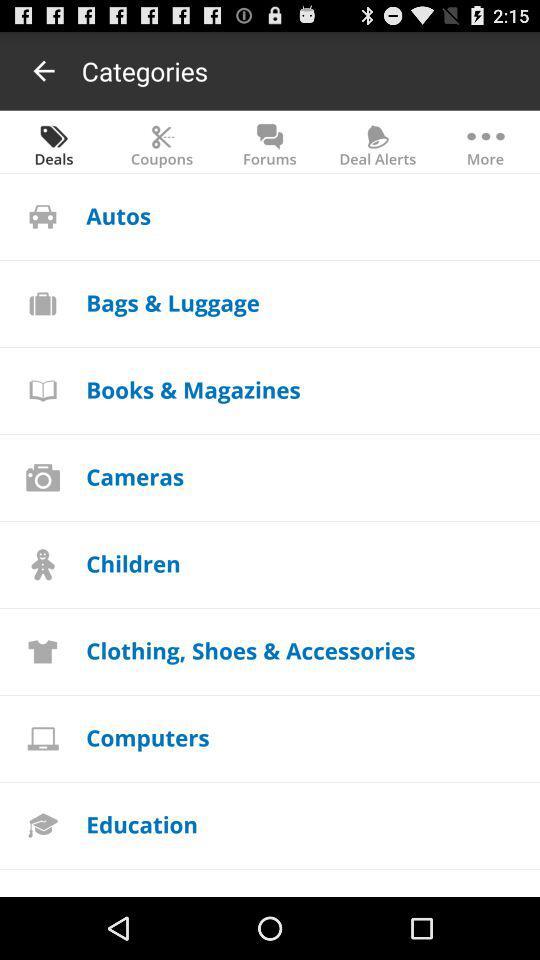 The width and height of the screenshot is (540, 960). Describe the element at coordinates (141, 824) in the screenshot. I see `education` at that location.